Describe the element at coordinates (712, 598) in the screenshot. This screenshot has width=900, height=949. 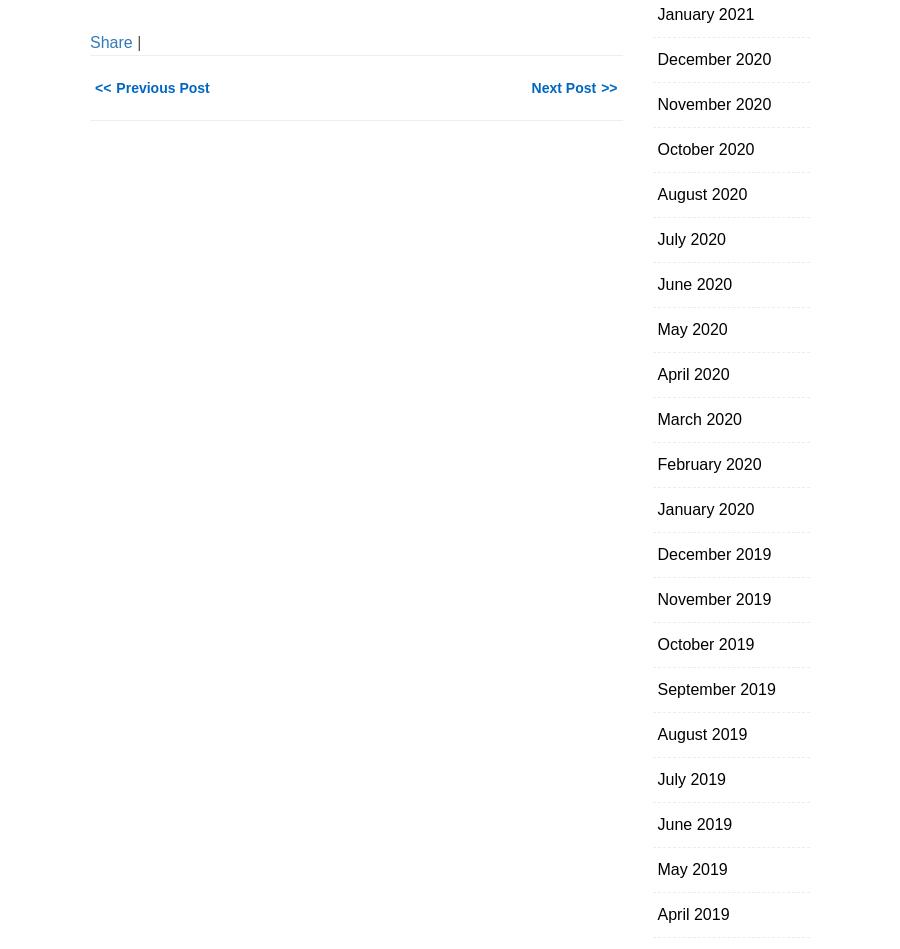
I see `'November 2019'` at that location.